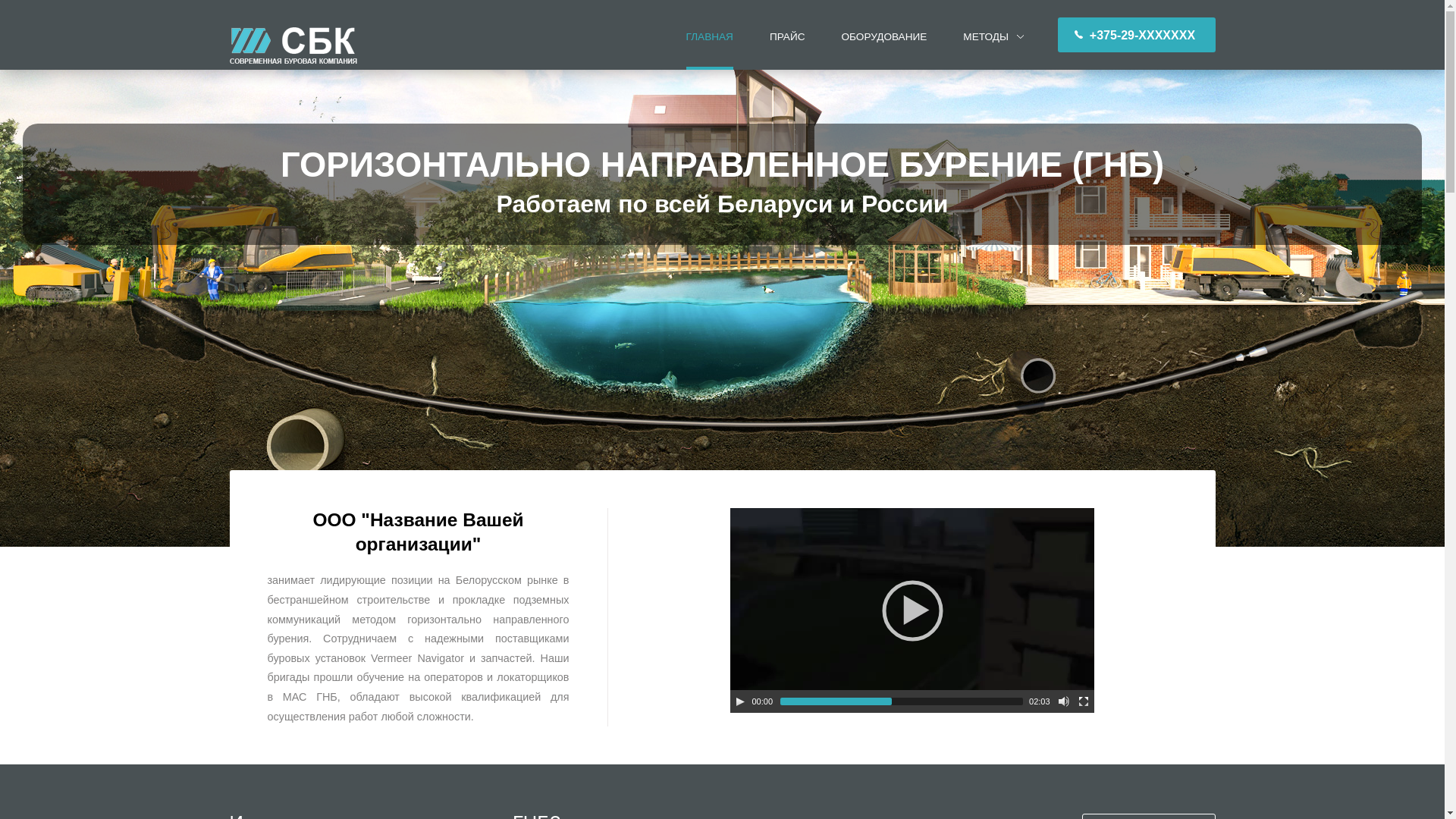 This screenshot has width=1456, height=819. Describe the element at coordinates (739, 701) in the screenshot. I see `'Play/Pause'` at that location.